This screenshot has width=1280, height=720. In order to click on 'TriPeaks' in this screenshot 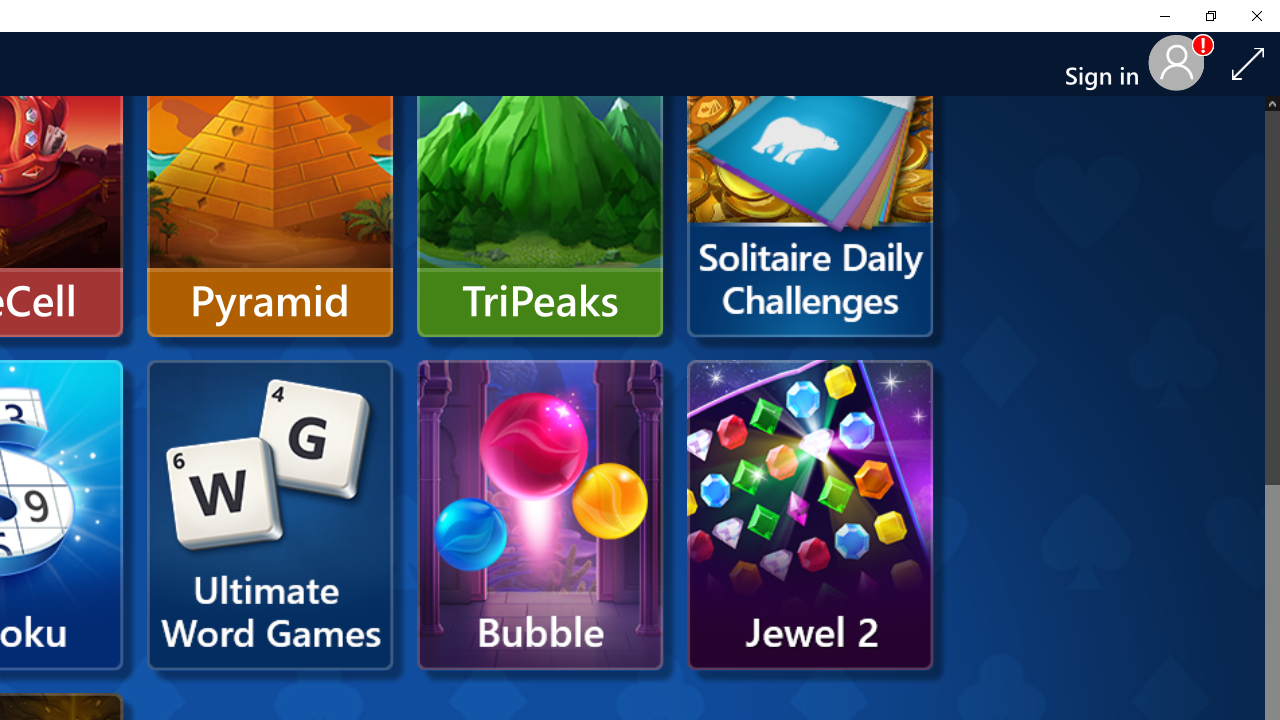, I will do `click(540, 182)`.